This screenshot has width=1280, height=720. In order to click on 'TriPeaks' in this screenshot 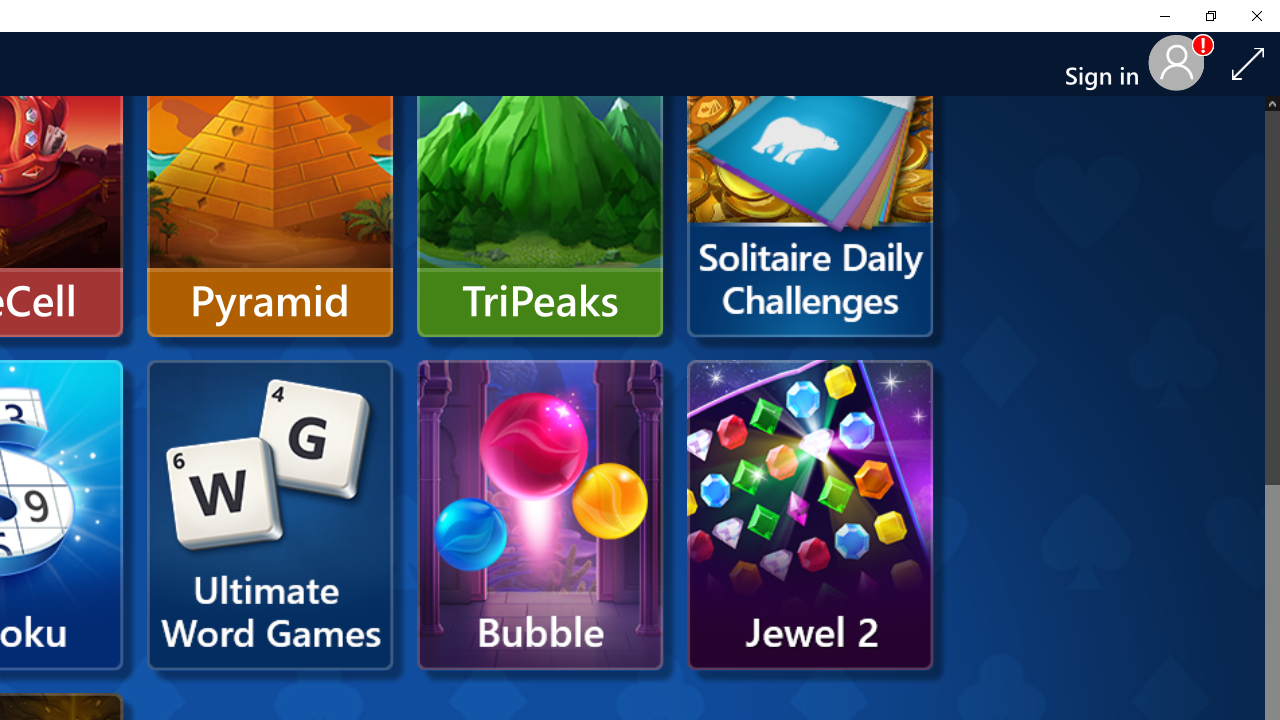, I will do `click(540, 182)`.